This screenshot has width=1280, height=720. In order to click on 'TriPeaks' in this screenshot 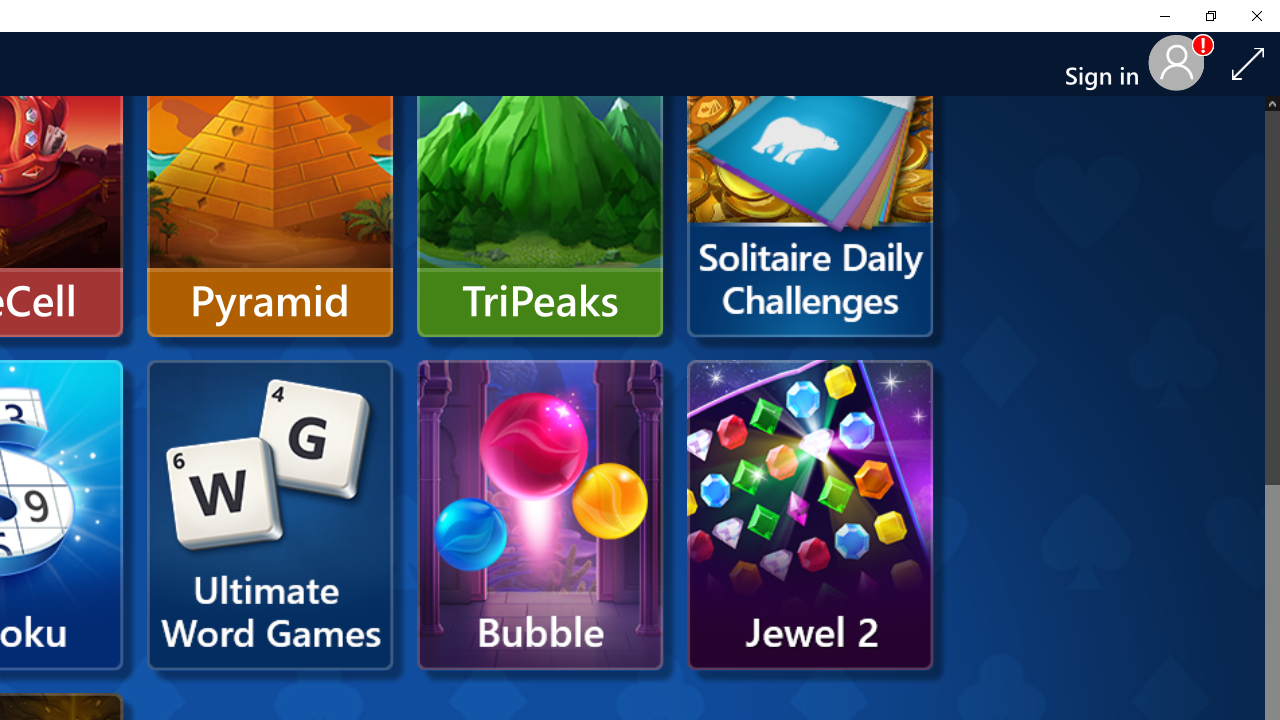, I will do `click(540, 182)`.